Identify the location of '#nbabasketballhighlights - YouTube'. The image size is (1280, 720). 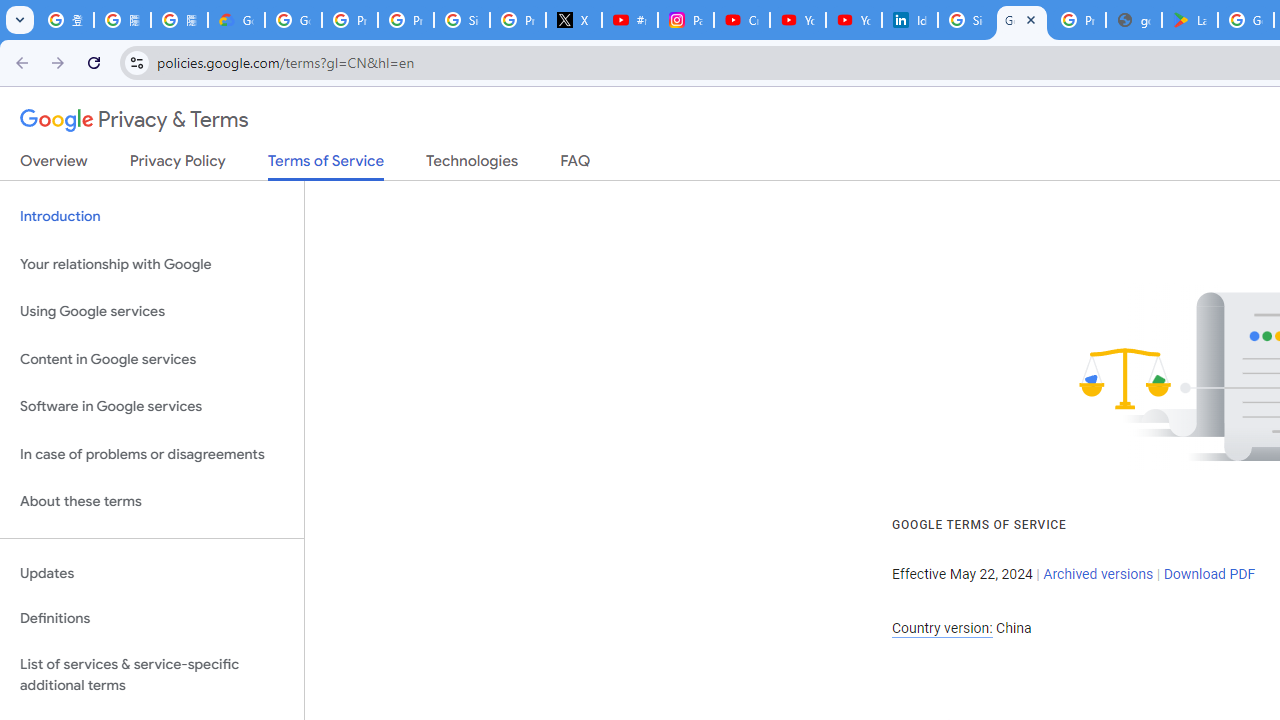
(628, 20).